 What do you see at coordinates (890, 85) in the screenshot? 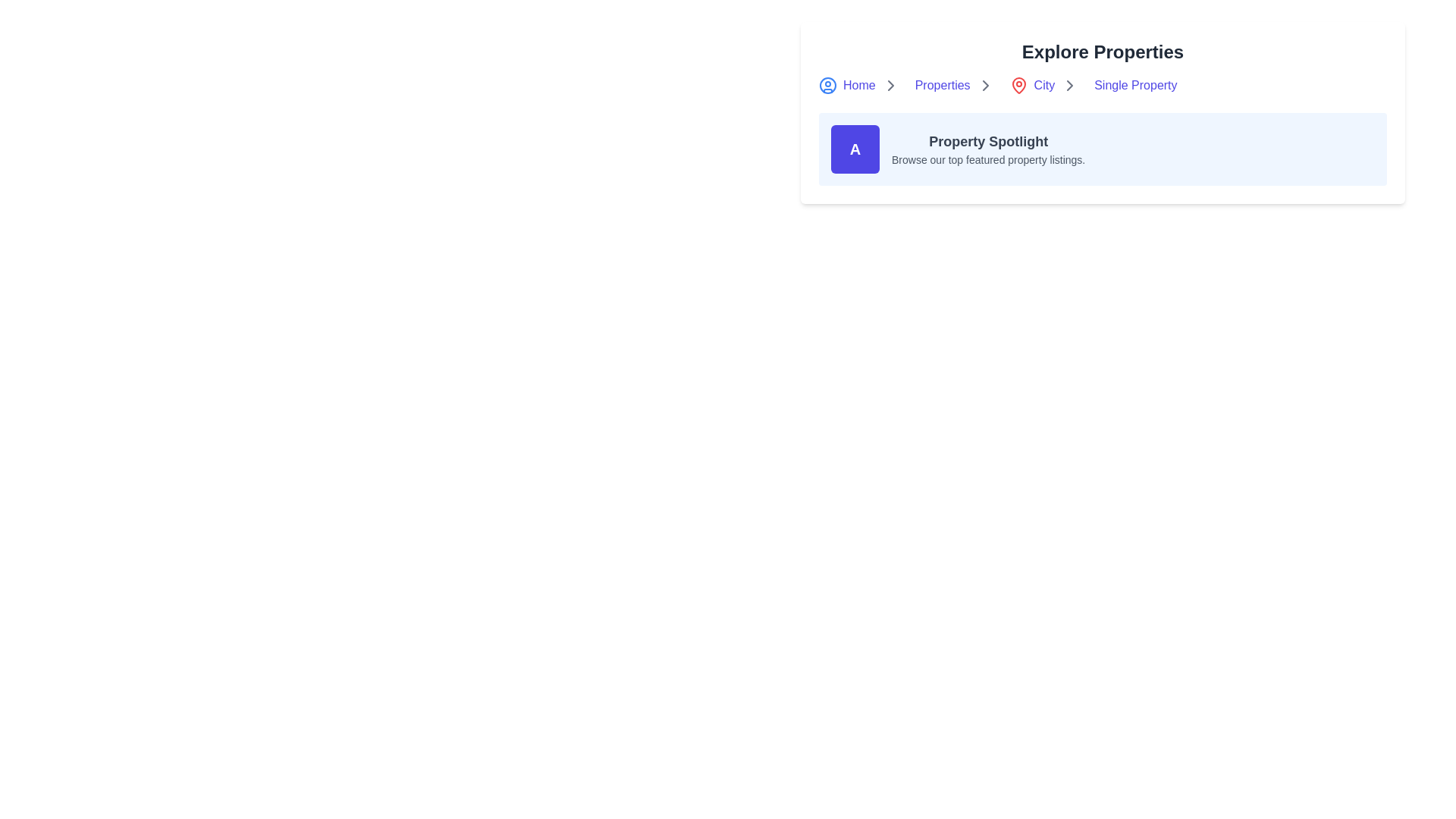
I see `the second chevron icon in the breadcrumb navigation bar, located between 'Home' and 'Properties'` at bounding box center [890, 85].